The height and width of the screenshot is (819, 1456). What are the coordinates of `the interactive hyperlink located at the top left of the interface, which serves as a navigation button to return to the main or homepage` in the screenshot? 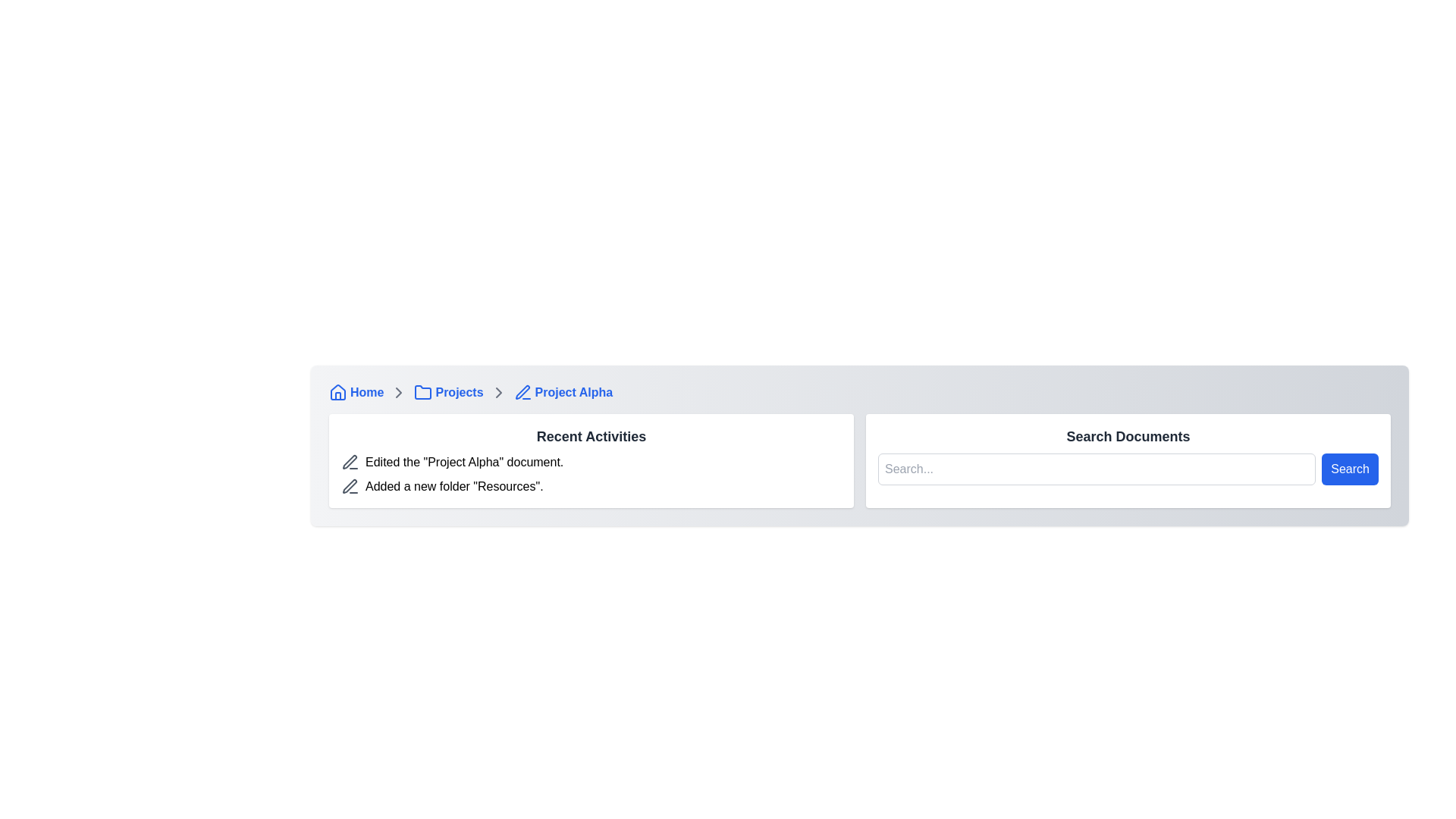 It's located at (356, 391).